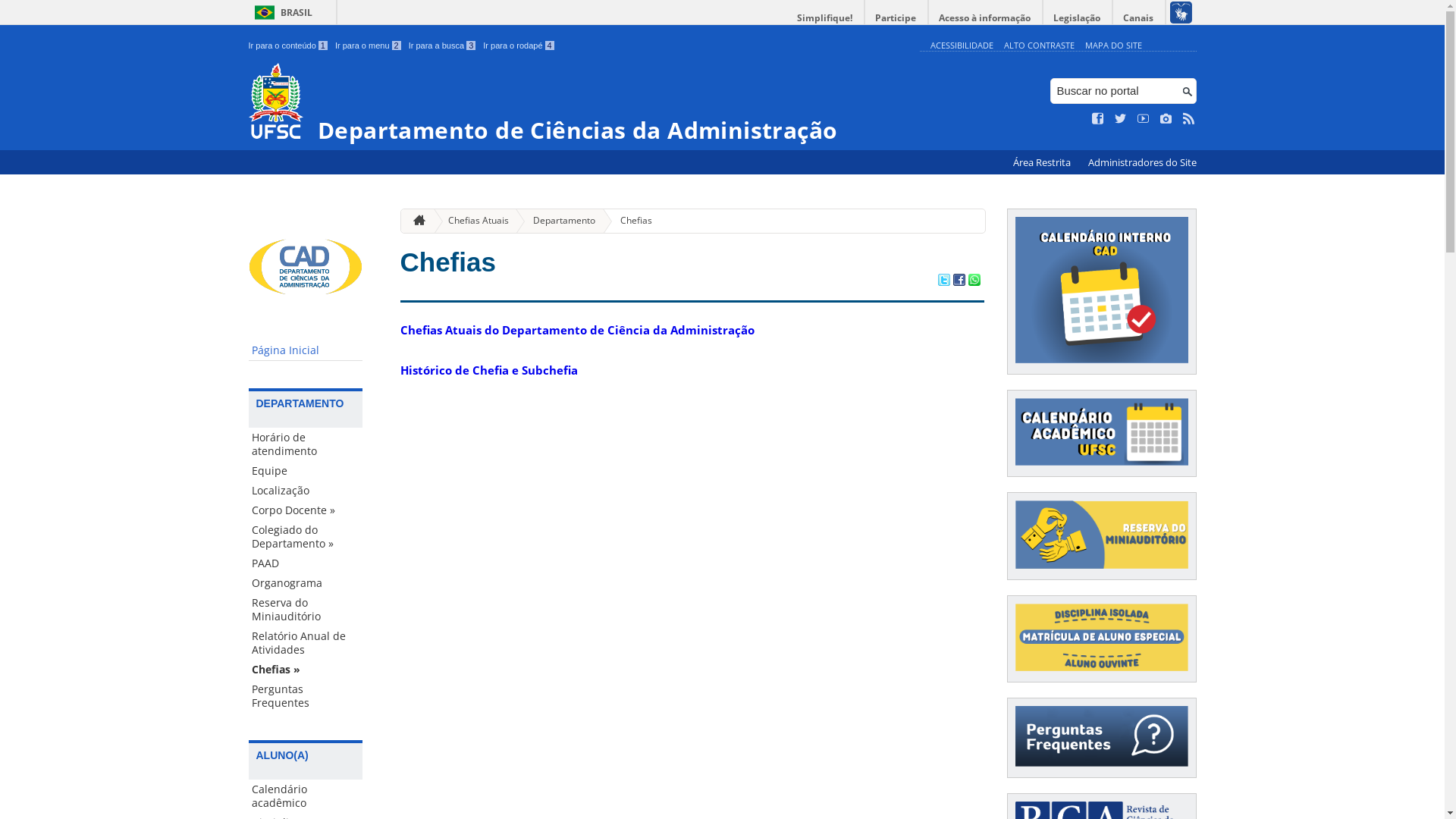 Image resolution: width=1456 pixels, height=819 pixels. What do you see at coordinates (368, 45) in the screenshot?
I see `'Ir para o menu 2'` at bounding box center [368, 45].